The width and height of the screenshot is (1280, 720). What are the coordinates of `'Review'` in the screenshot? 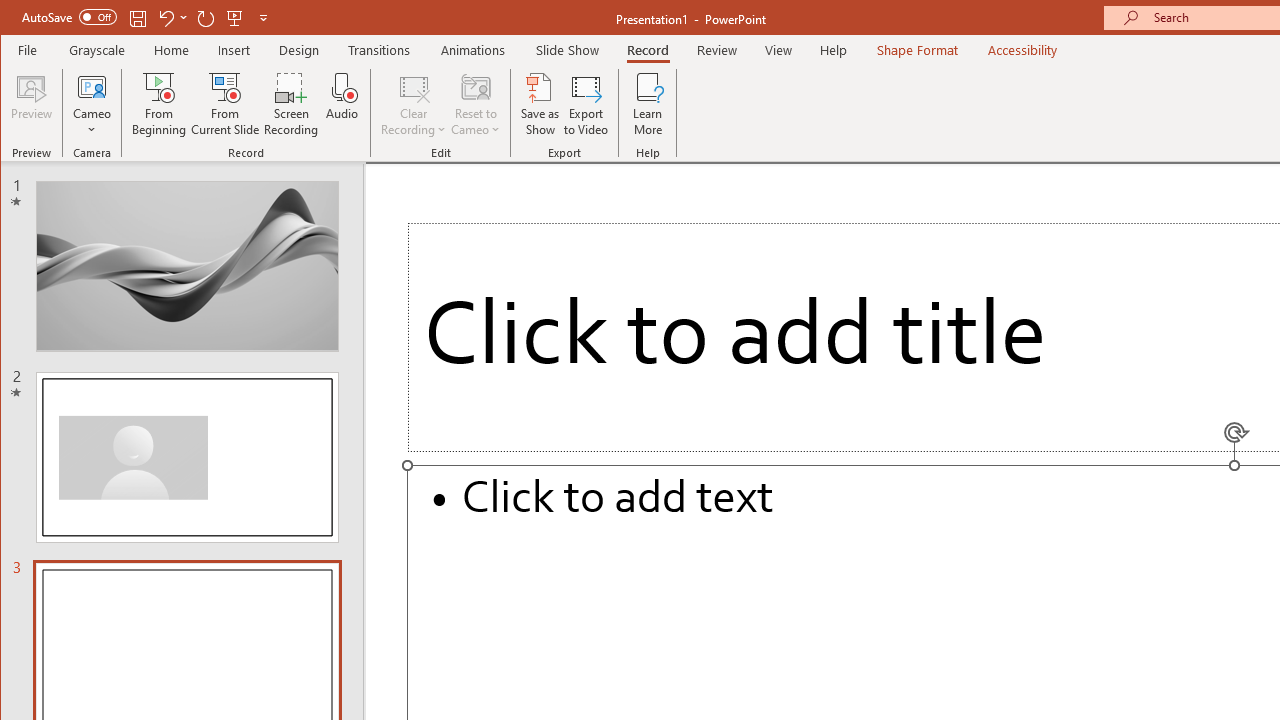 It's located at (717, 49).